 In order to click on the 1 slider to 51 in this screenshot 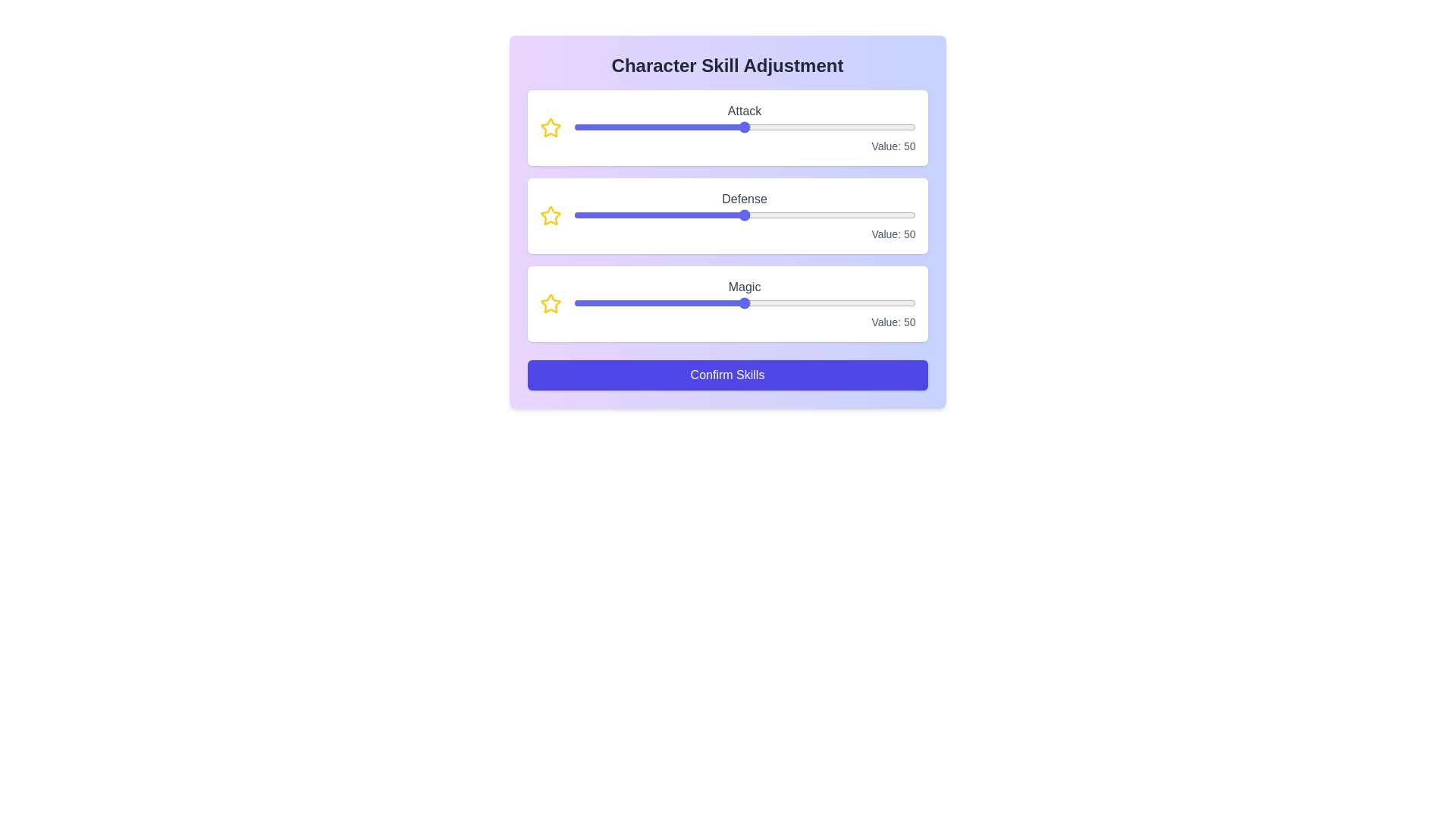, I will do `click(830, 215)`.